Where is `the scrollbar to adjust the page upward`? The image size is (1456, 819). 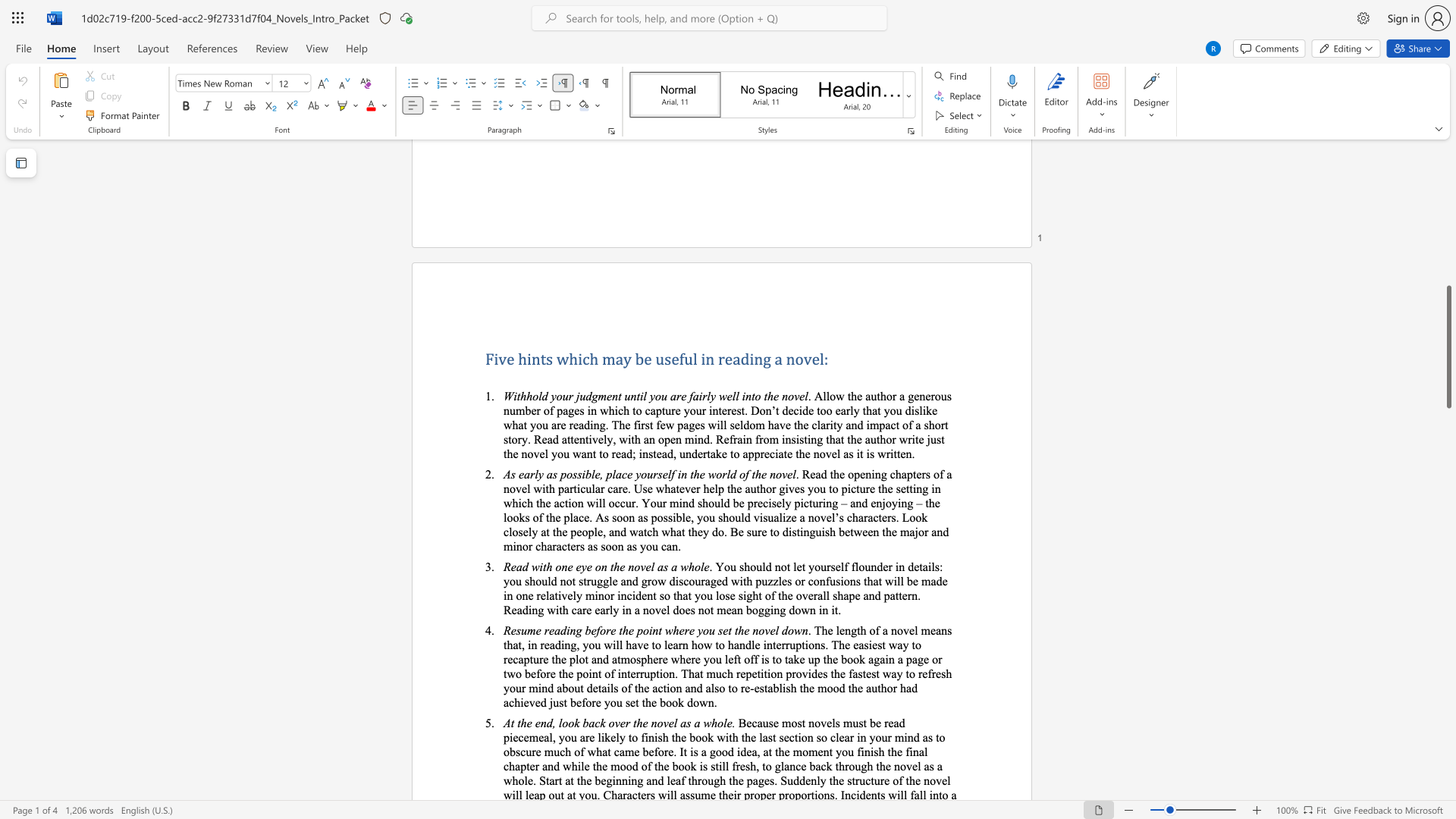 the scrollbar to adjust the page upward is located at coordinates (1448, 325).